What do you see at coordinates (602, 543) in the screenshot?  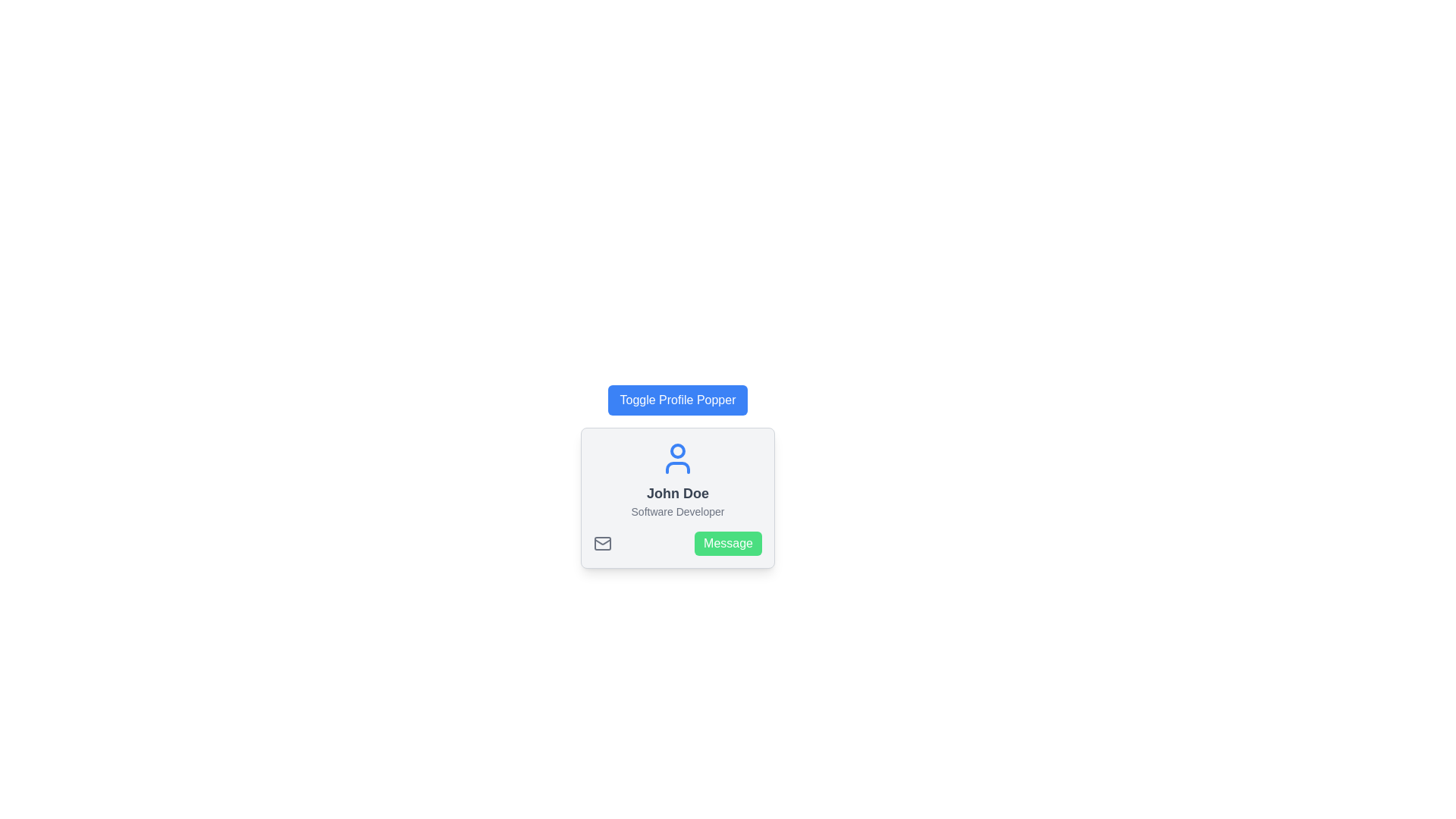 I see `the decorative graphical element that forms the body of the envelope icon located in the bottom-left area of the user card` at bounding box center [602, 543].